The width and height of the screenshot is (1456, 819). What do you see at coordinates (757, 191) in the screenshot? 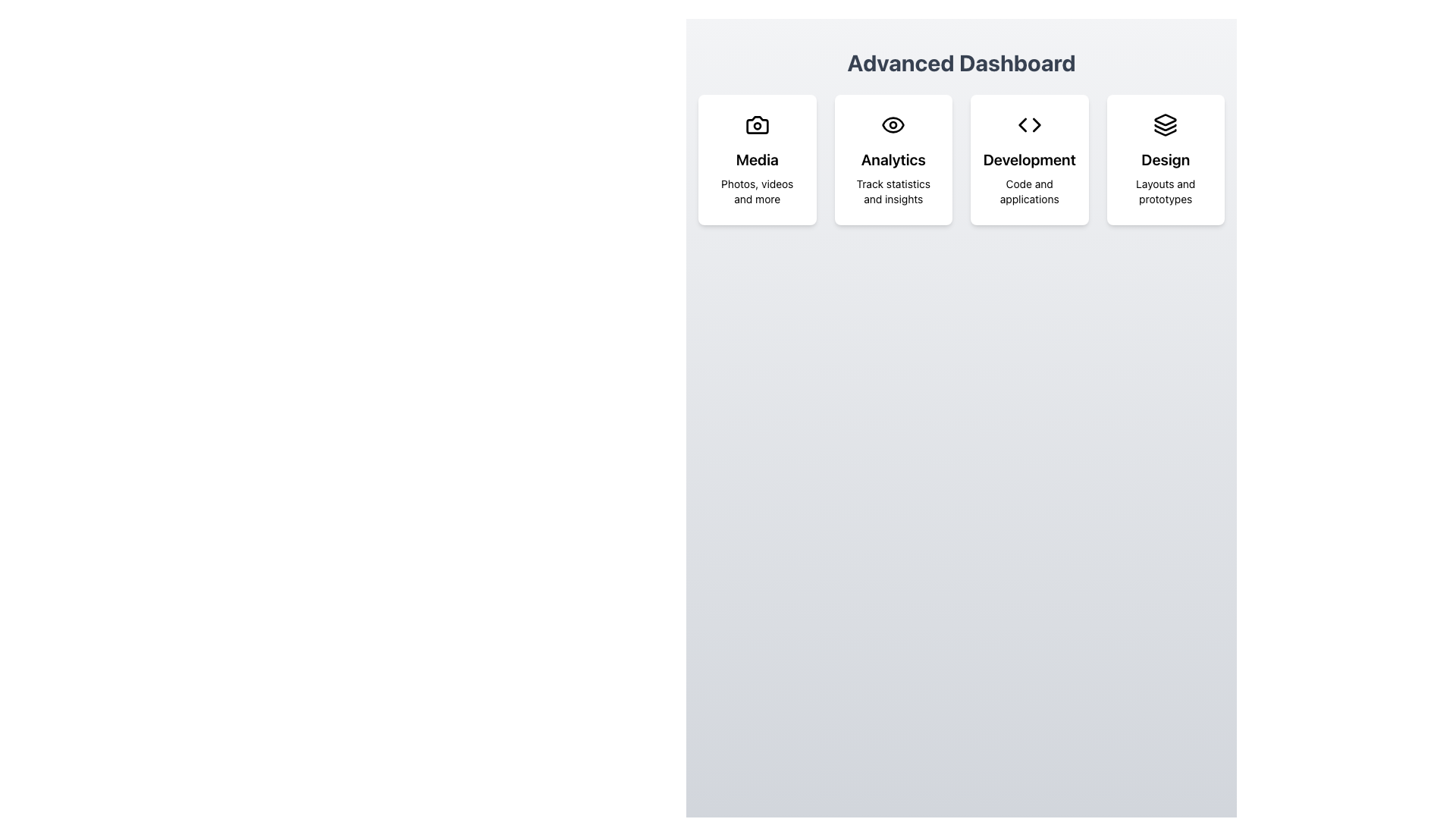
I see `the Static Text element that provides supplementary descriptive information about the 'Media' section, located at the bottom of the 'Media' card beneath the title 'Media'` at bounding box center [757, 191].